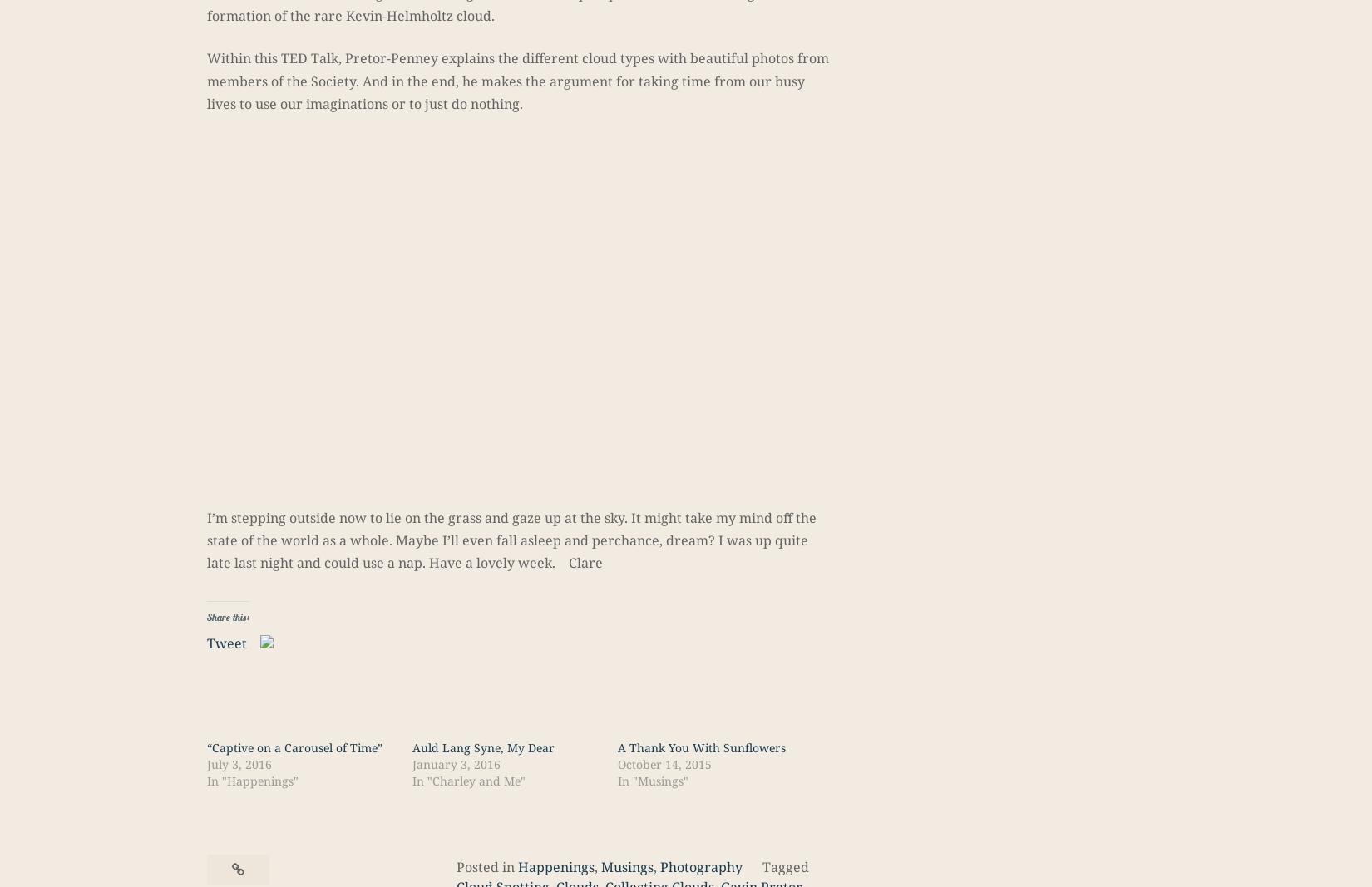 This screenshot has width=1372, height=887. I want to click on 'Photography', so click(700, 866).